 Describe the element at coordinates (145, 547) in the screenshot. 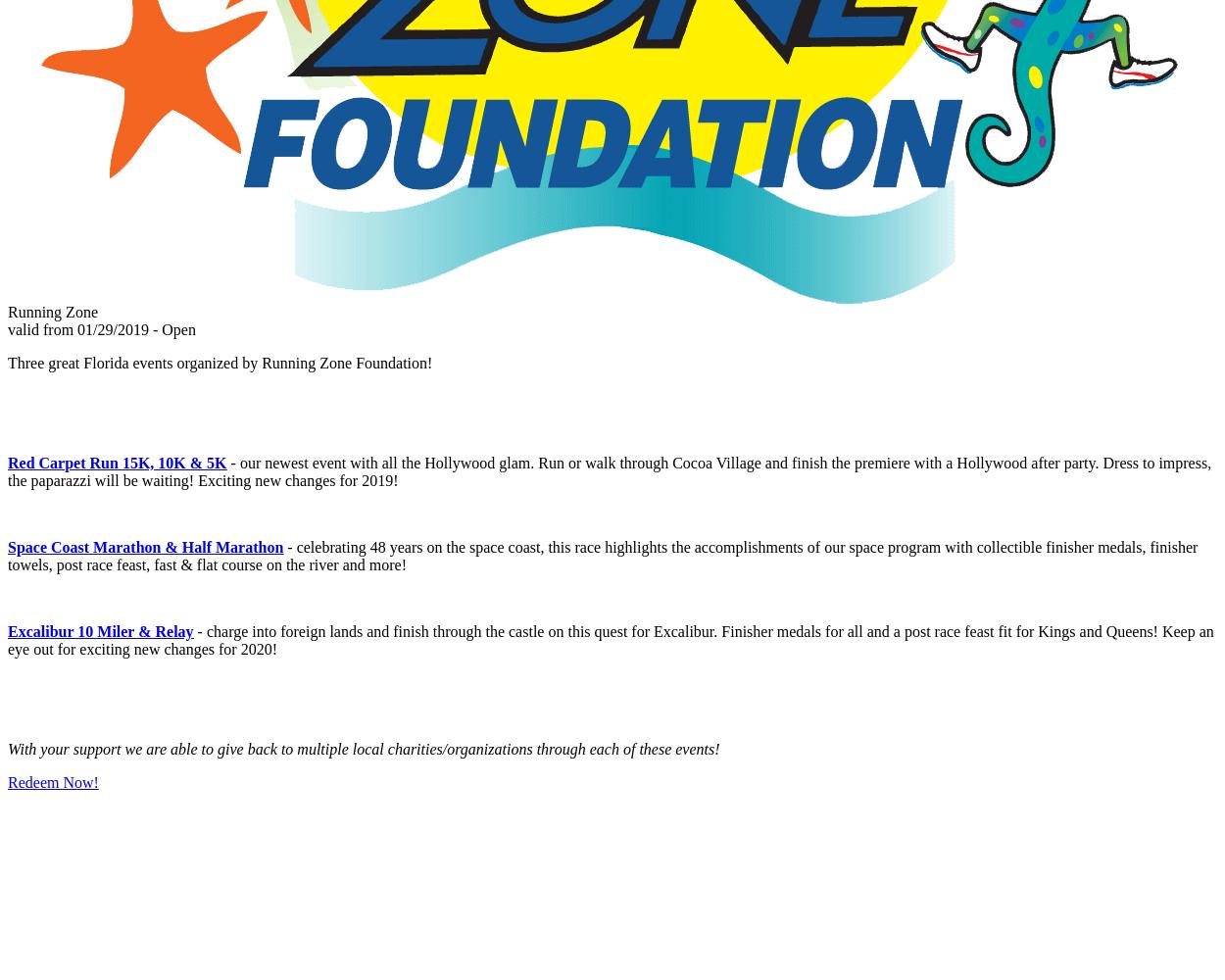

I see `'Space Coast Marathon & Half Marathon'` at that location.